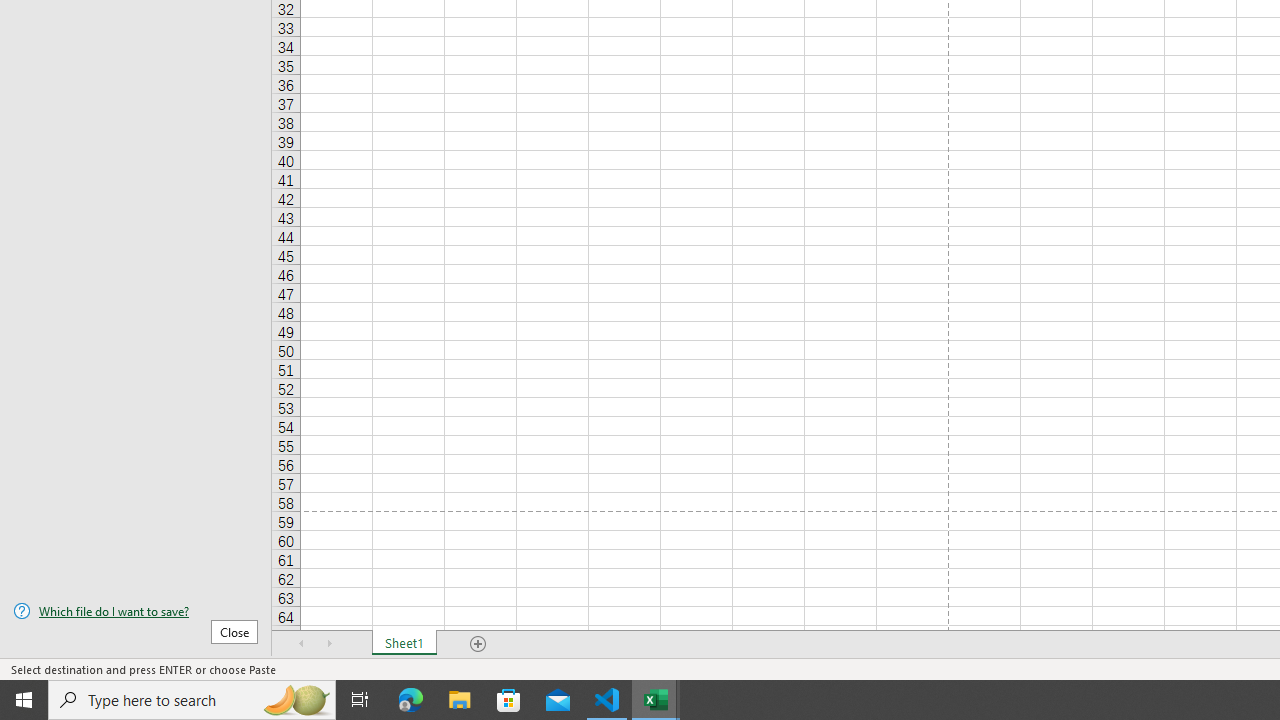  What do you see at coordinates (606, 698) in the screenshot?
I see `'Visual Studio Code - 1 running window'` at bounding box center [606, 698].